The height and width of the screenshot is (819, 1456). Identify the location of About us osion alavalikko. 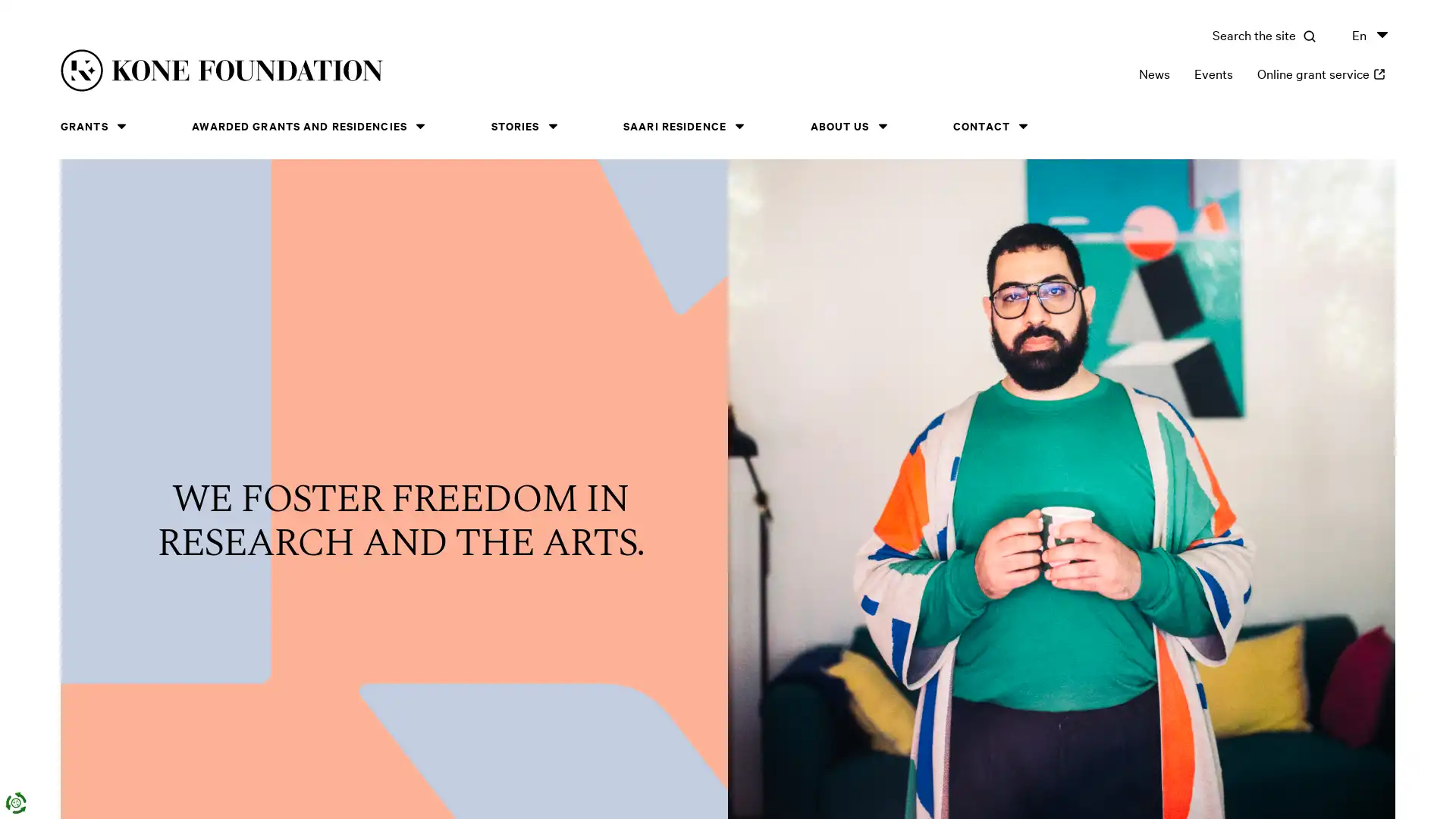
(882, 125).